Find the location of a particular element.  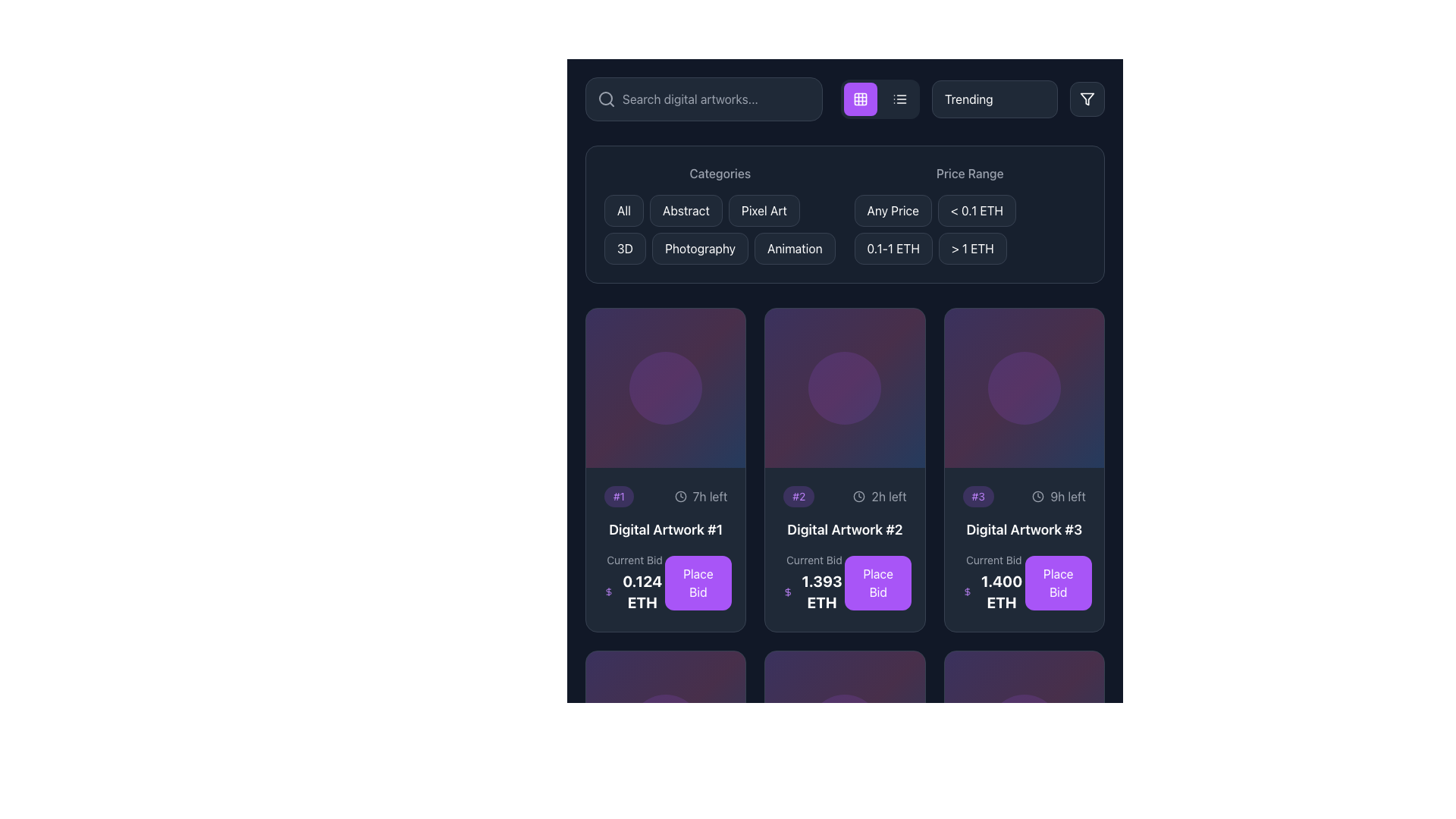

the heart-shaped SVG component, which serves as a favorite or like button located at the bottom of the layout within the last row of artwork cards is located at coordinates (899, 676).